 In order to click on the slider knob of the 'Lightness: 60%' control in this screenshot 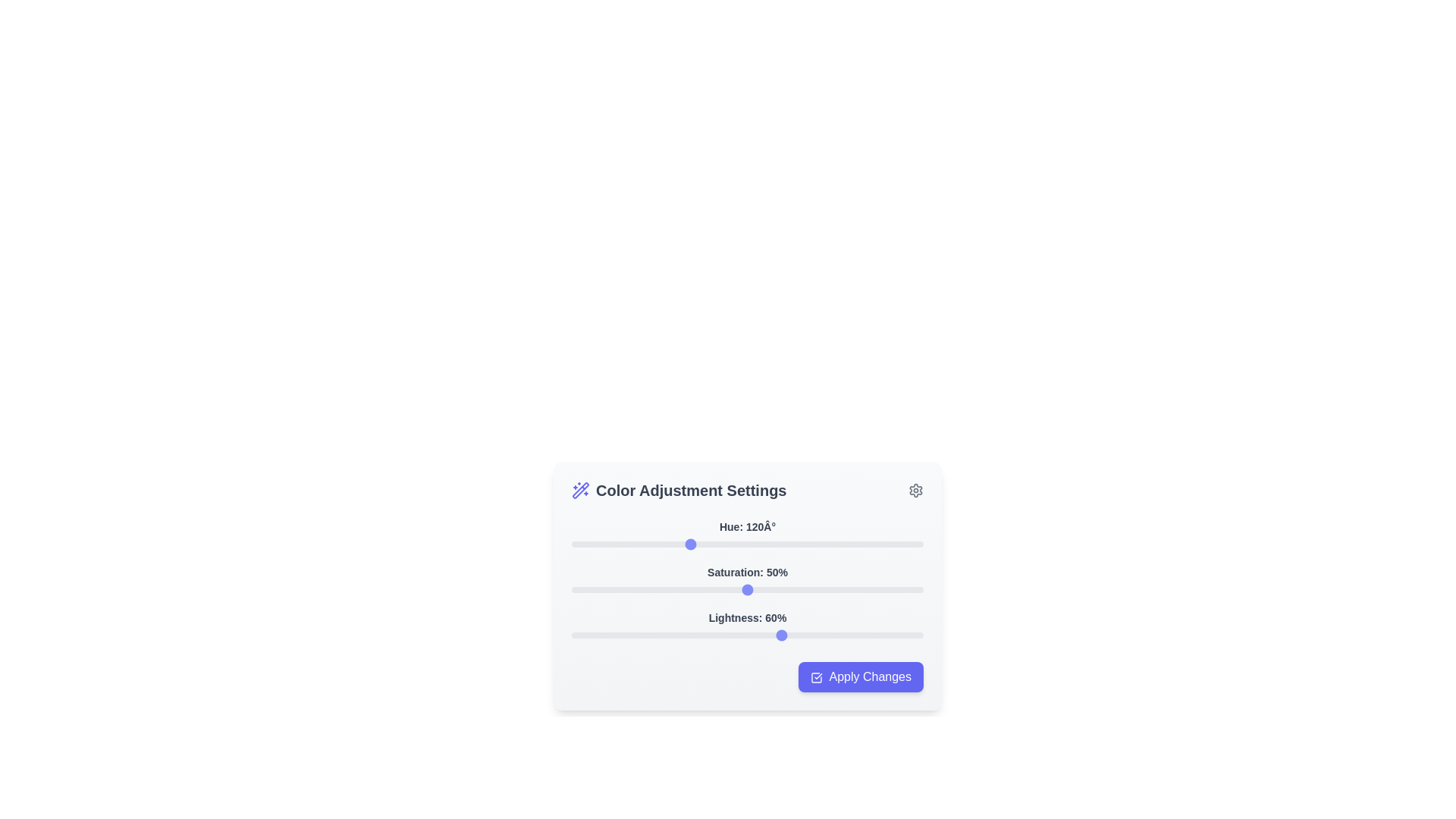, I will do `click(747, 626)`.